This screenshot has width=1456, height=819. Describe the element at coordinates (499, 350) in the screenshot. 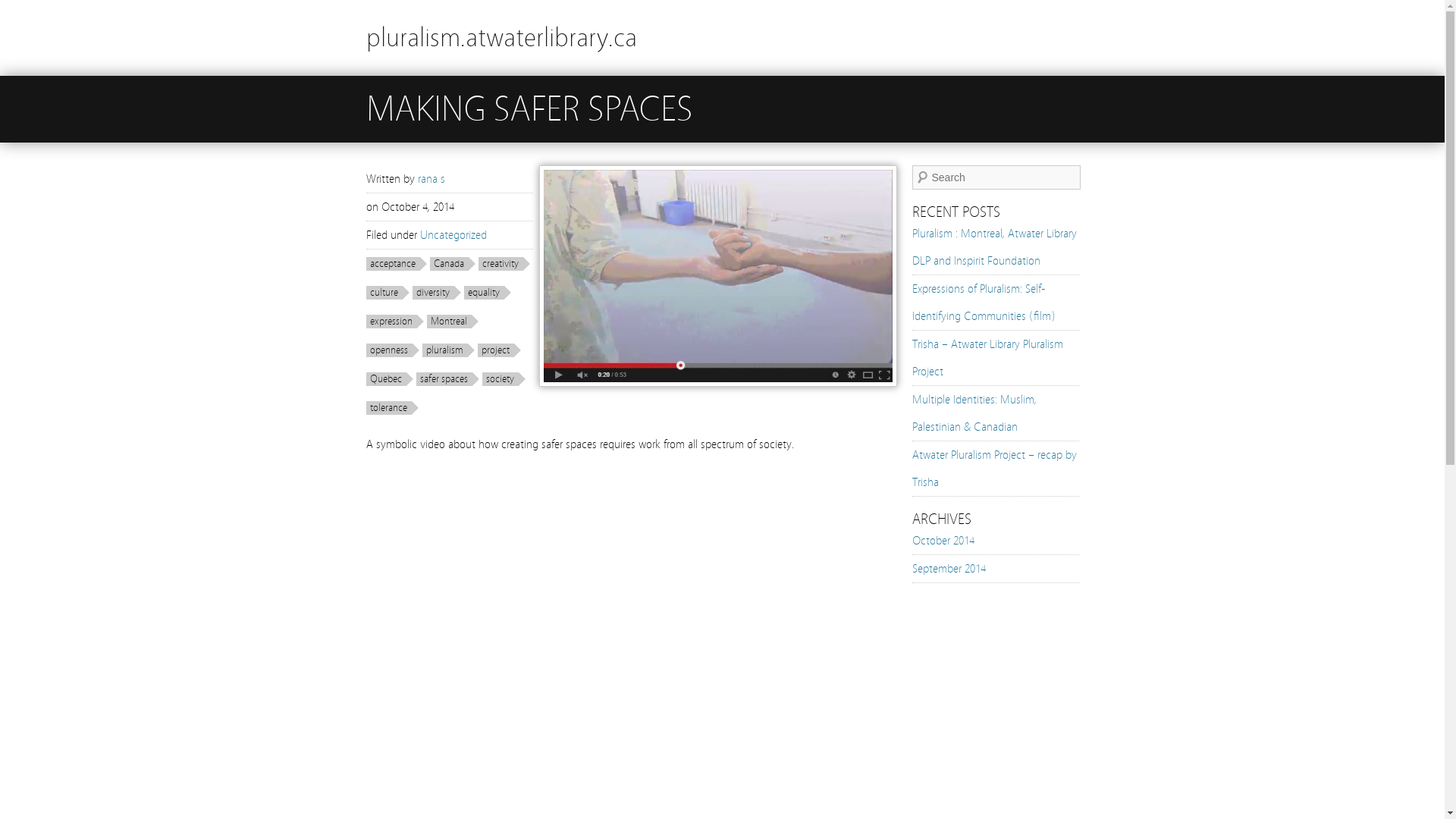

I see `'project'` at that location.